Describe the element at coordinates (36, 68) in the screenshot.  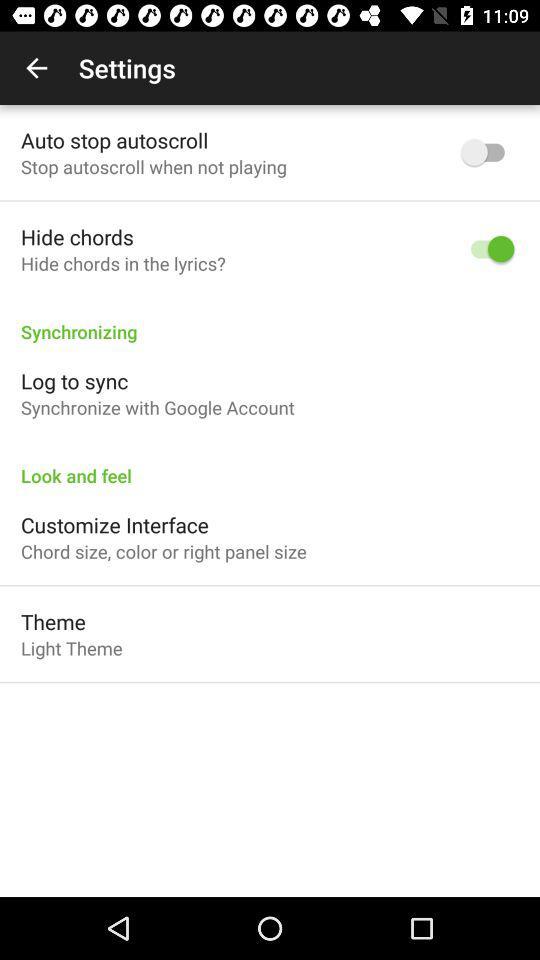
I see `the item to the left of the settings` at that location.